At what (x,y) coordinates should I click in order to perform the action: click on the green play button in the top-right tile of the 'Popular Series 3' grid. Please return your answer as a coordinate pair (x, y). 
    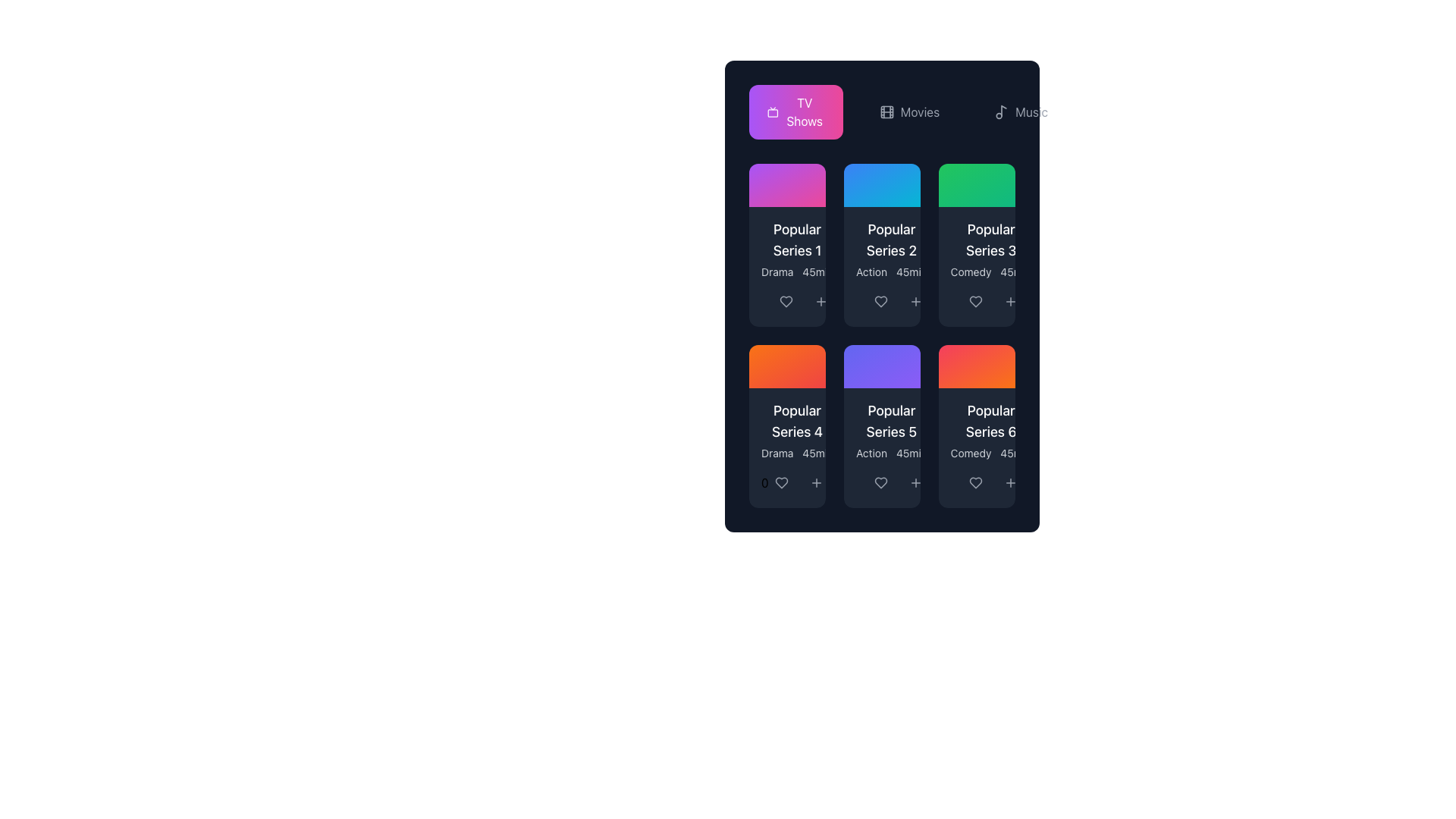
    Looking at the image, I should click on (977, 184).